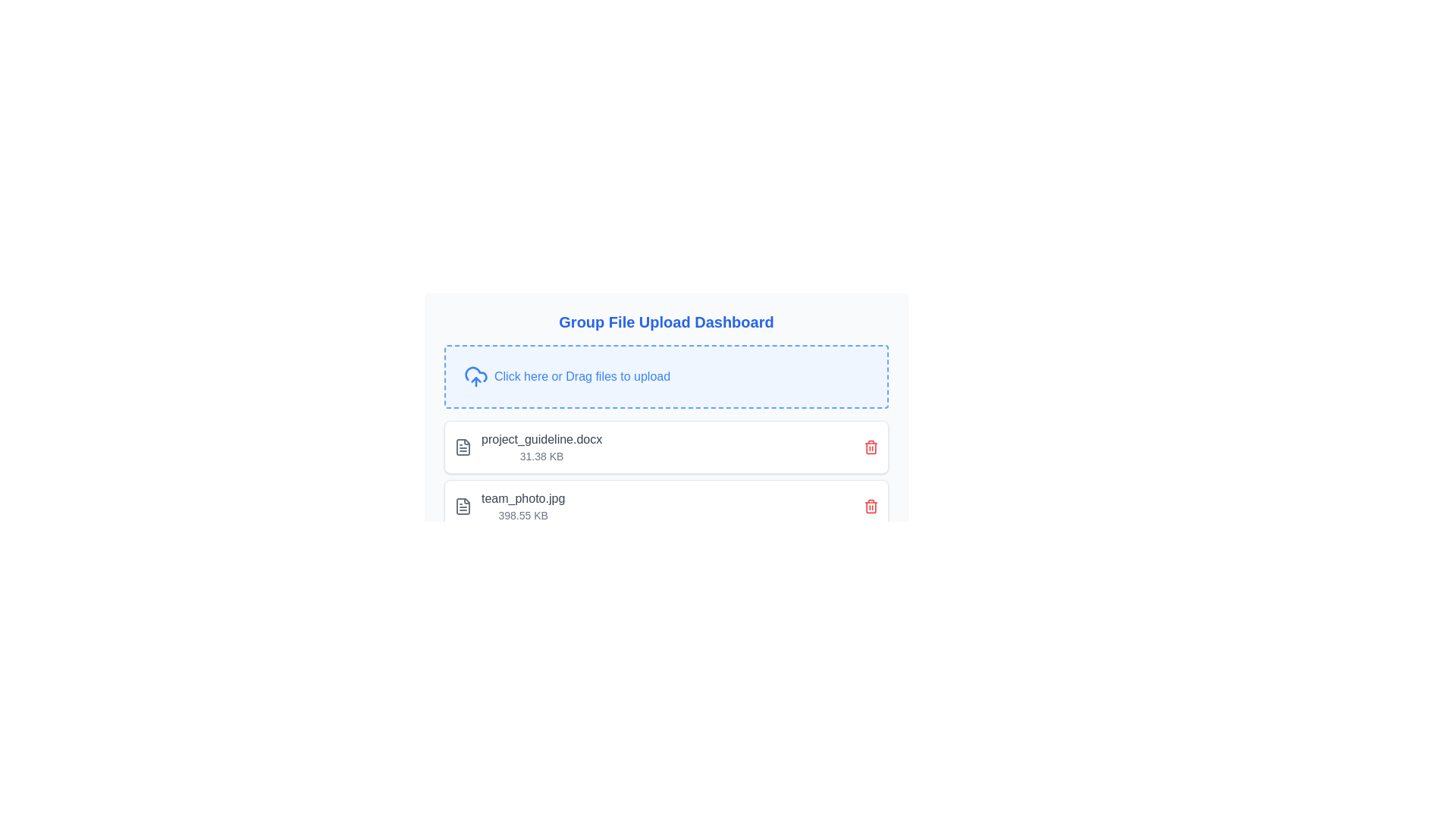 This screenshot has width=1456, height=819. I want to click on details about a file in the File list display section located within the Group File Upload Dashboard, so click(666, 475).